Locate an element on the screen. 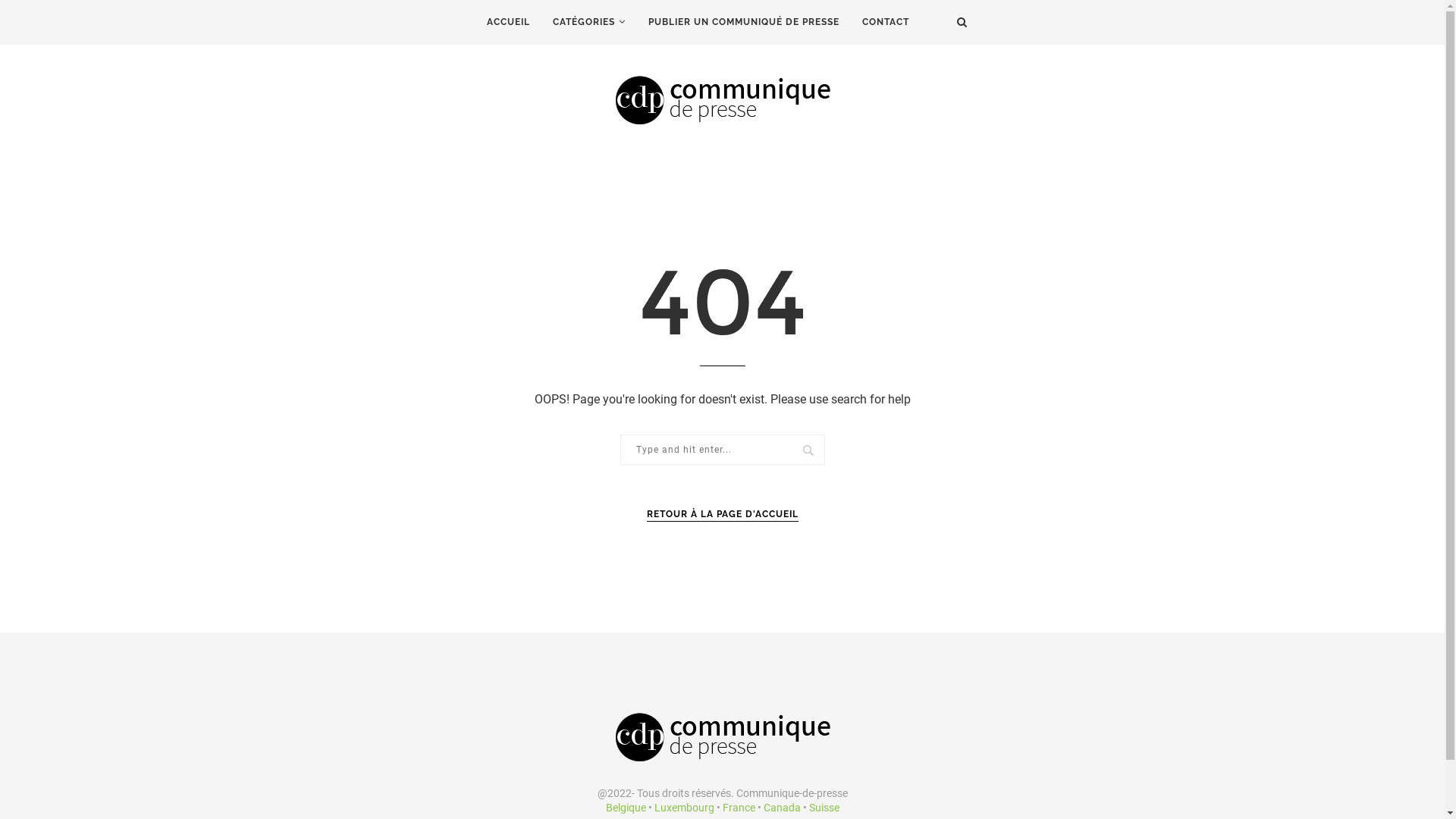  'ACCUEIL' is located at coordinates (507, 22).